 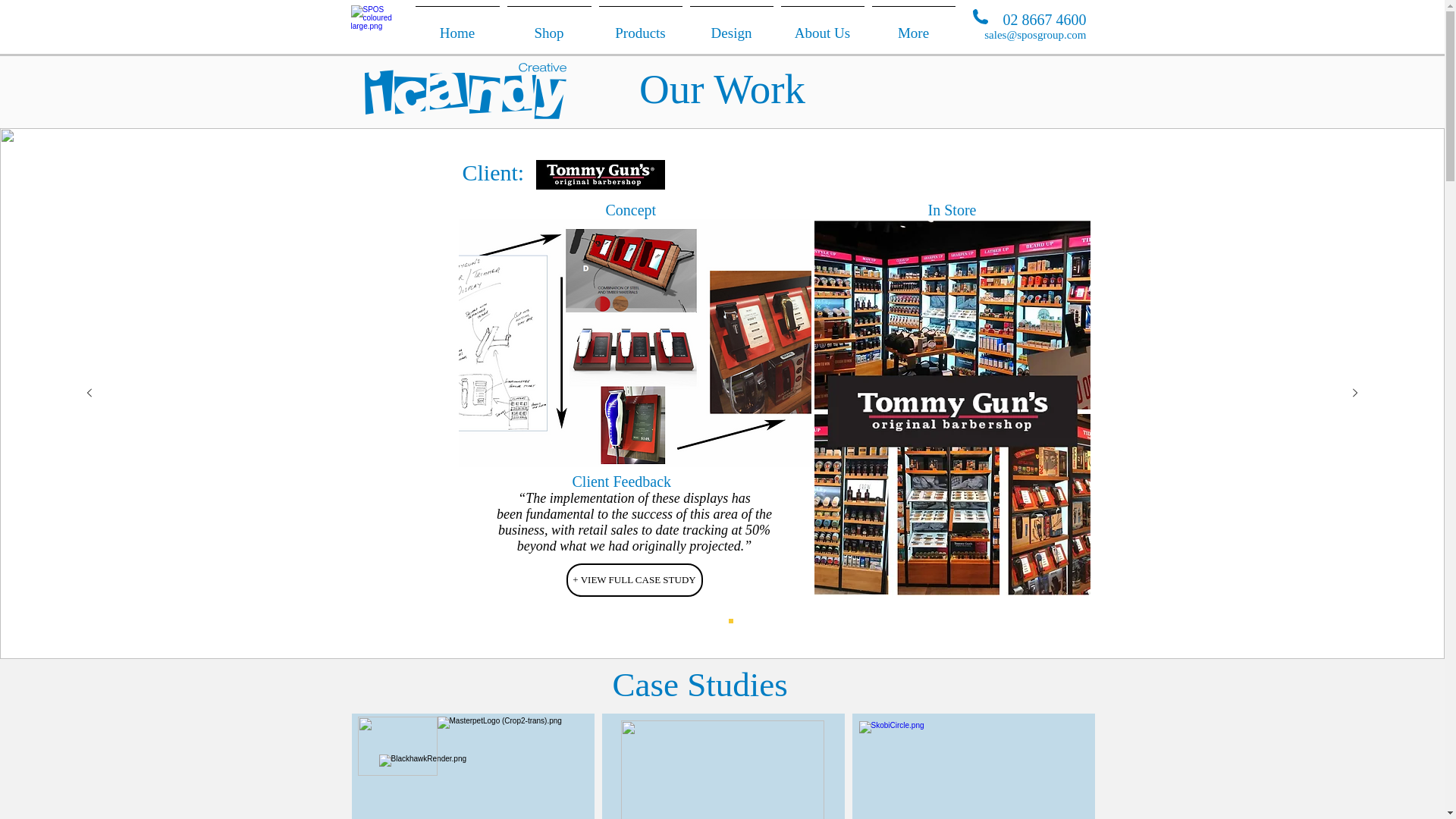 I want to click on 'Shop', so click(x=548, y=26).